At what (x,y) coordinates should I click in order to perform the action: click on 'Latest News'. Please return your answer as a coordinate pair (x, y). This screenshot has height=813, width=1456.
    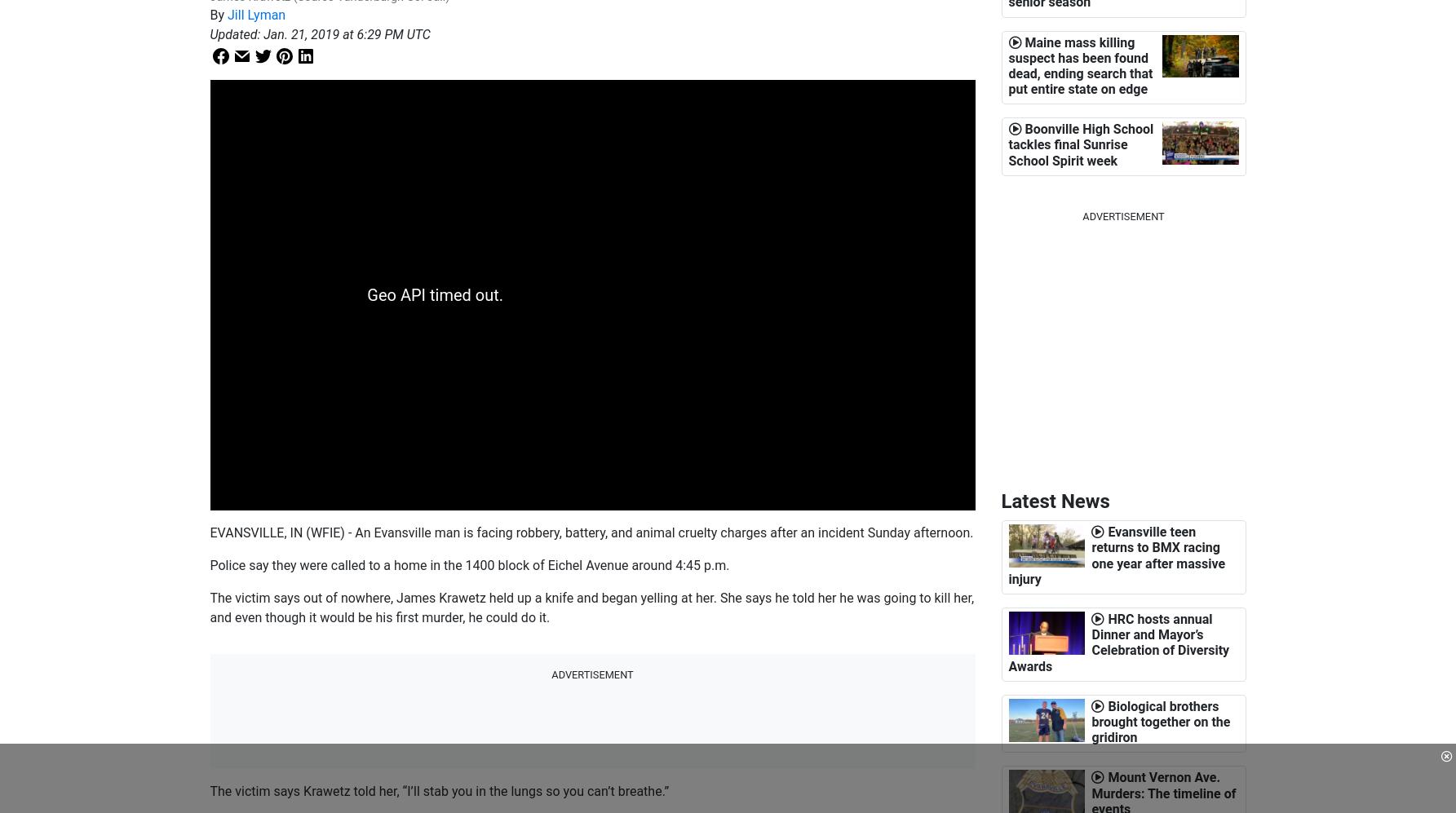
    Looking at the image, I should click on (1000, 501).